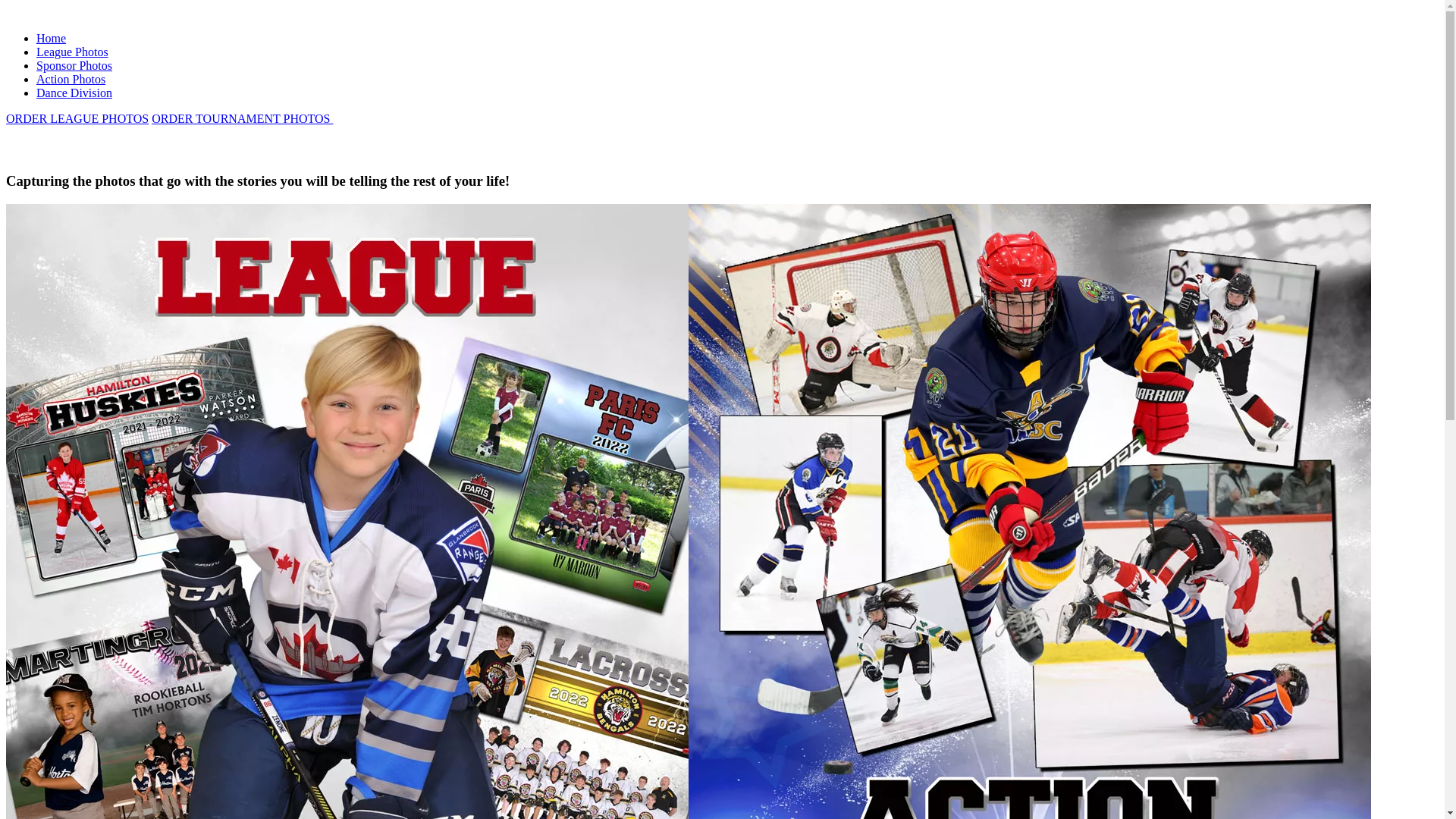 The image size is (1456, 819). What do you see at coordinates (76, 118) in the screenshot?
I see `'ORDER LEAGUE PHOTOS'` at bounding box center [76, 118].